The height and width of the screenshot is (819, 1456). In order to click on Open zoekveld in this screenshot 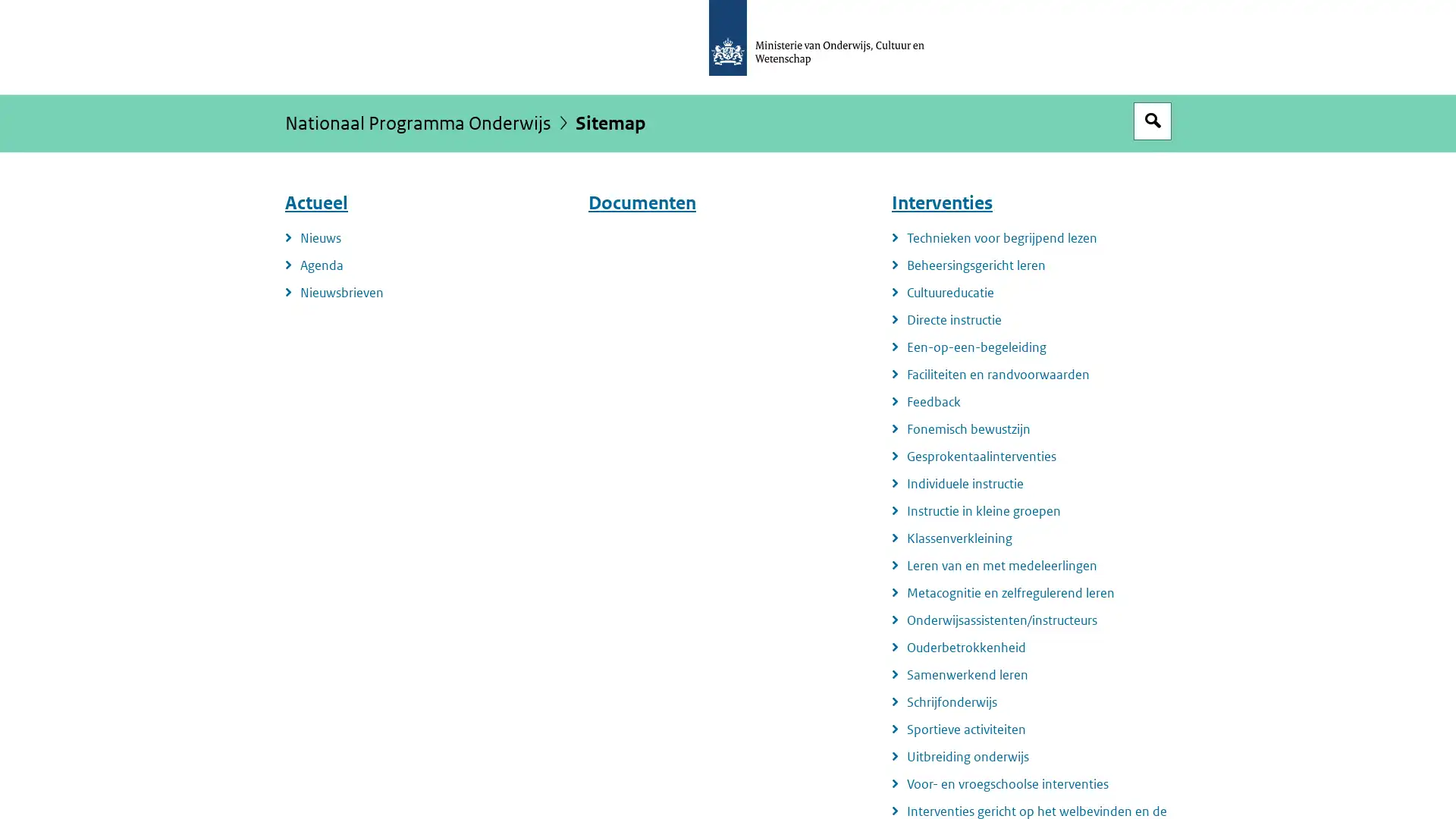, I will do `click(1153, 120)`.